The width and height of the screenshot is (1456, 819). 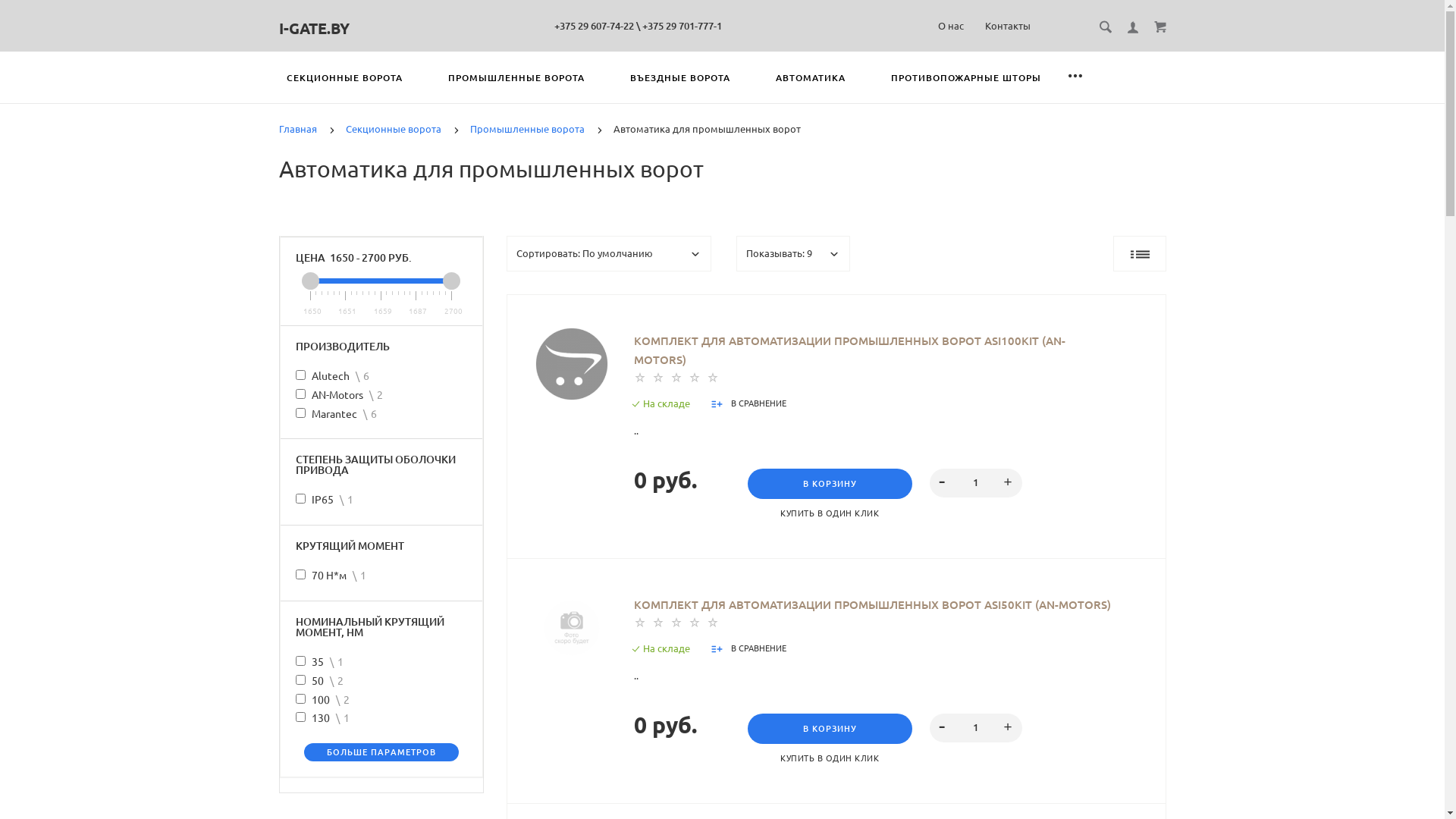 I want to click on 'I-GATE.BY', so click(x=279, y=28).